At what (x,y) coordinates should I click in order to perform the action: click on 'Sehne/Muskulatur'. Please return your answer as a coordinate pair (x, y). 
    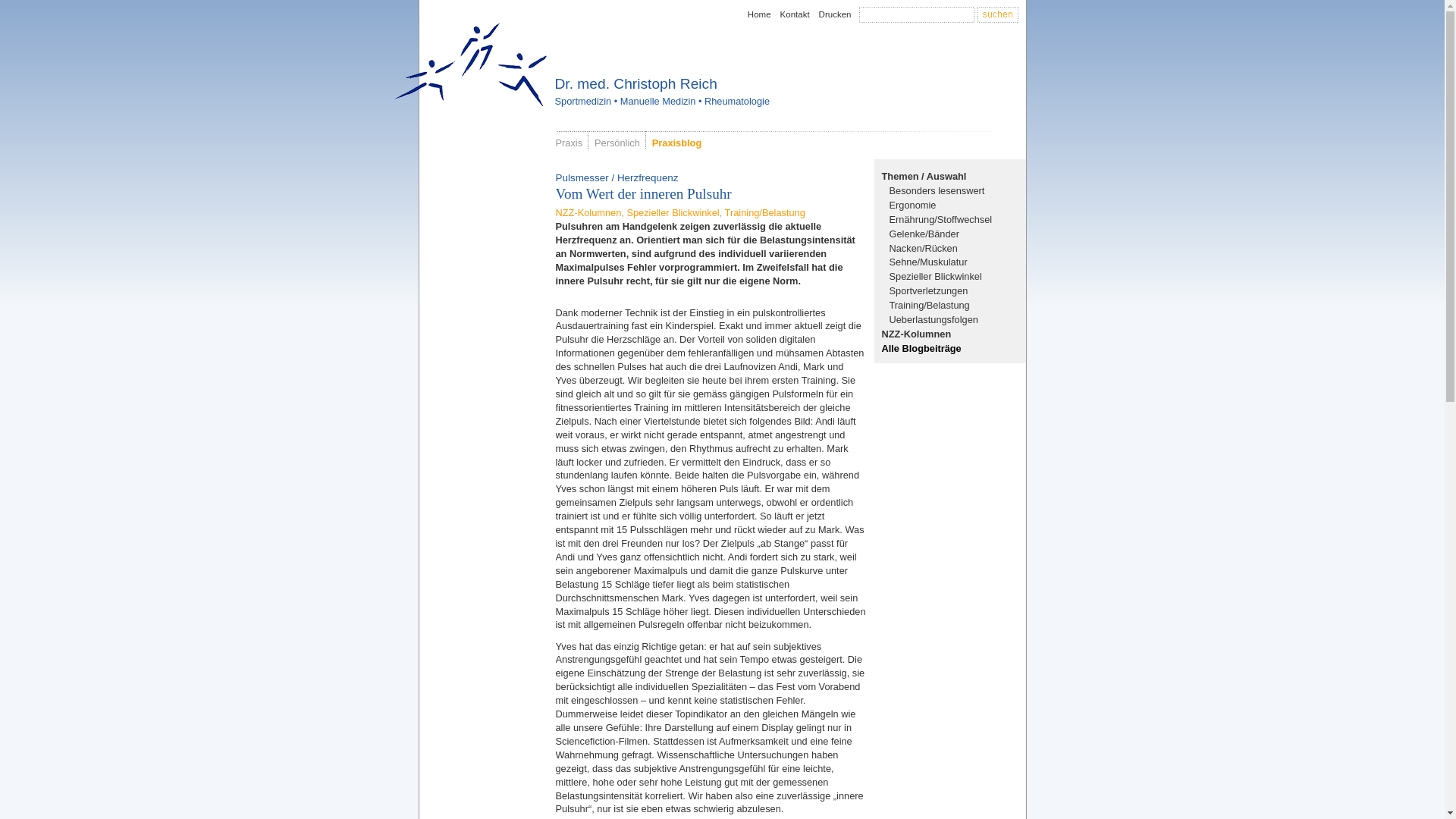
    Looking at the image, I should click on (927, 261).